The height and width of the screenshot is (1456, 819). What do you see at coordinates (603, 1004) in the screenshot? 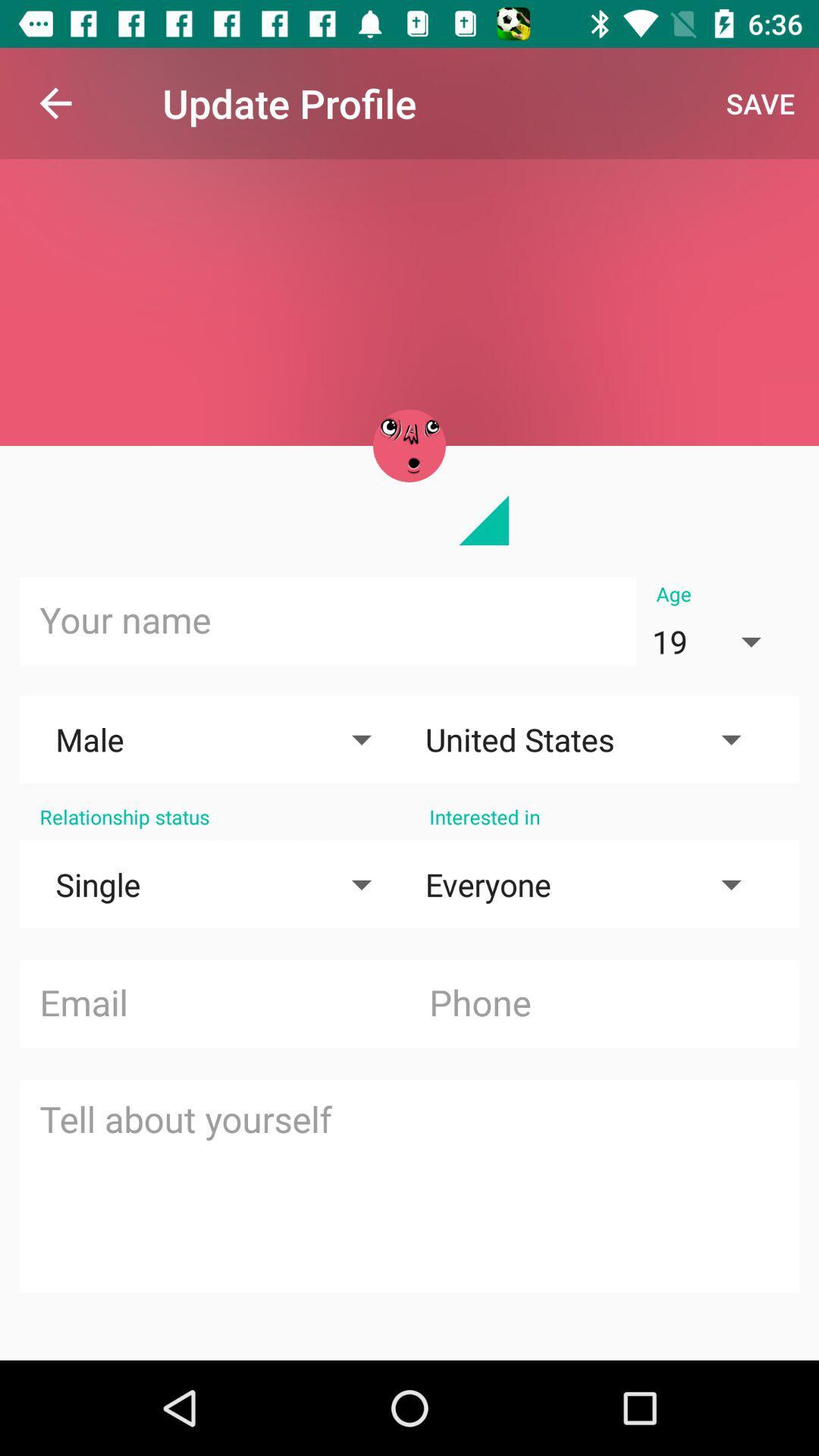
I see `insert phone number` at bounding box center [603, 1004].